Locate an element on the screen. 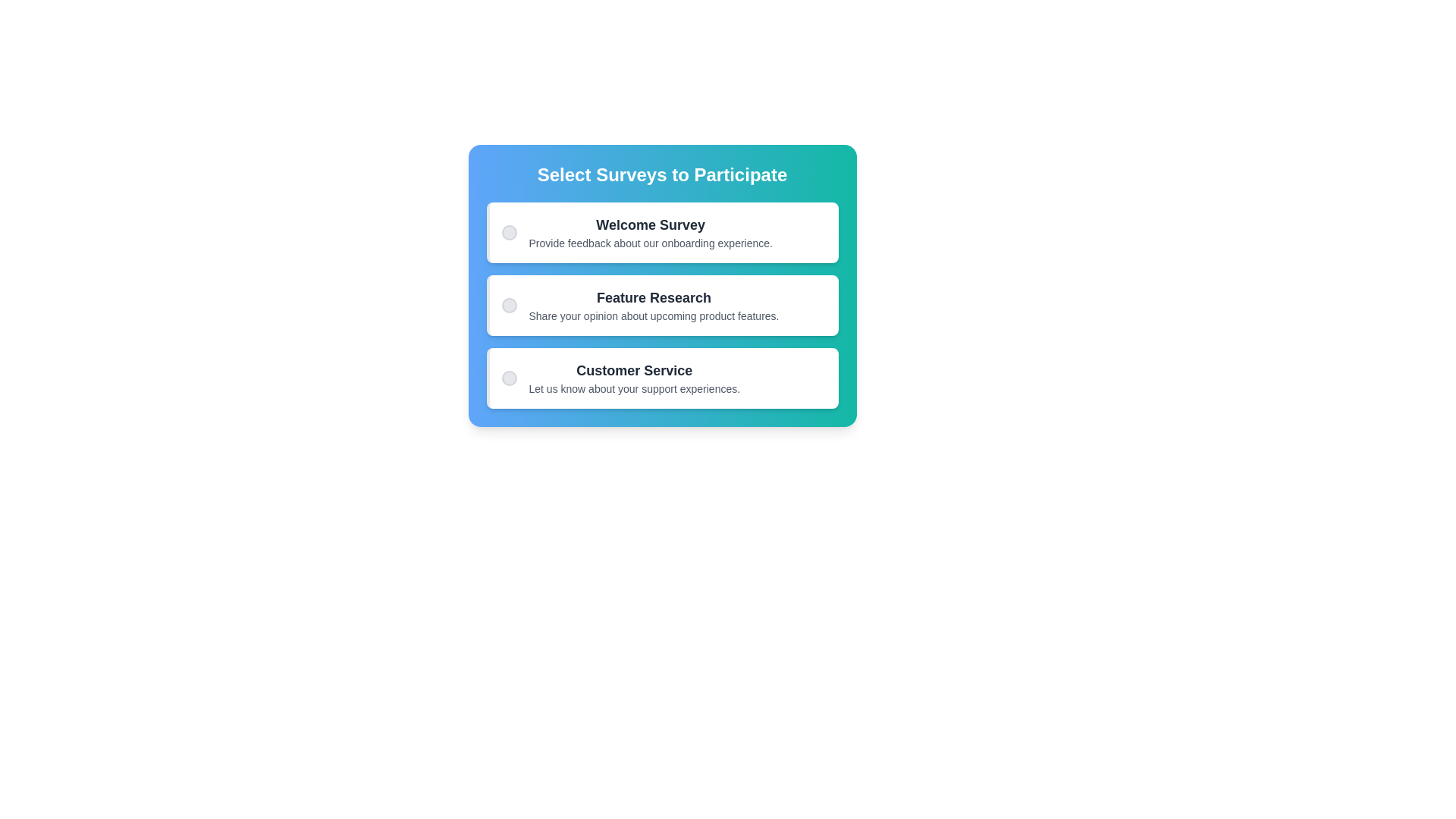 This screenshot has width=1456, height=819. text from the Text block containing the title 'Feature Research' and the description 'Share your opinion about upcoming product features.' is located at coordinates (654, 305).